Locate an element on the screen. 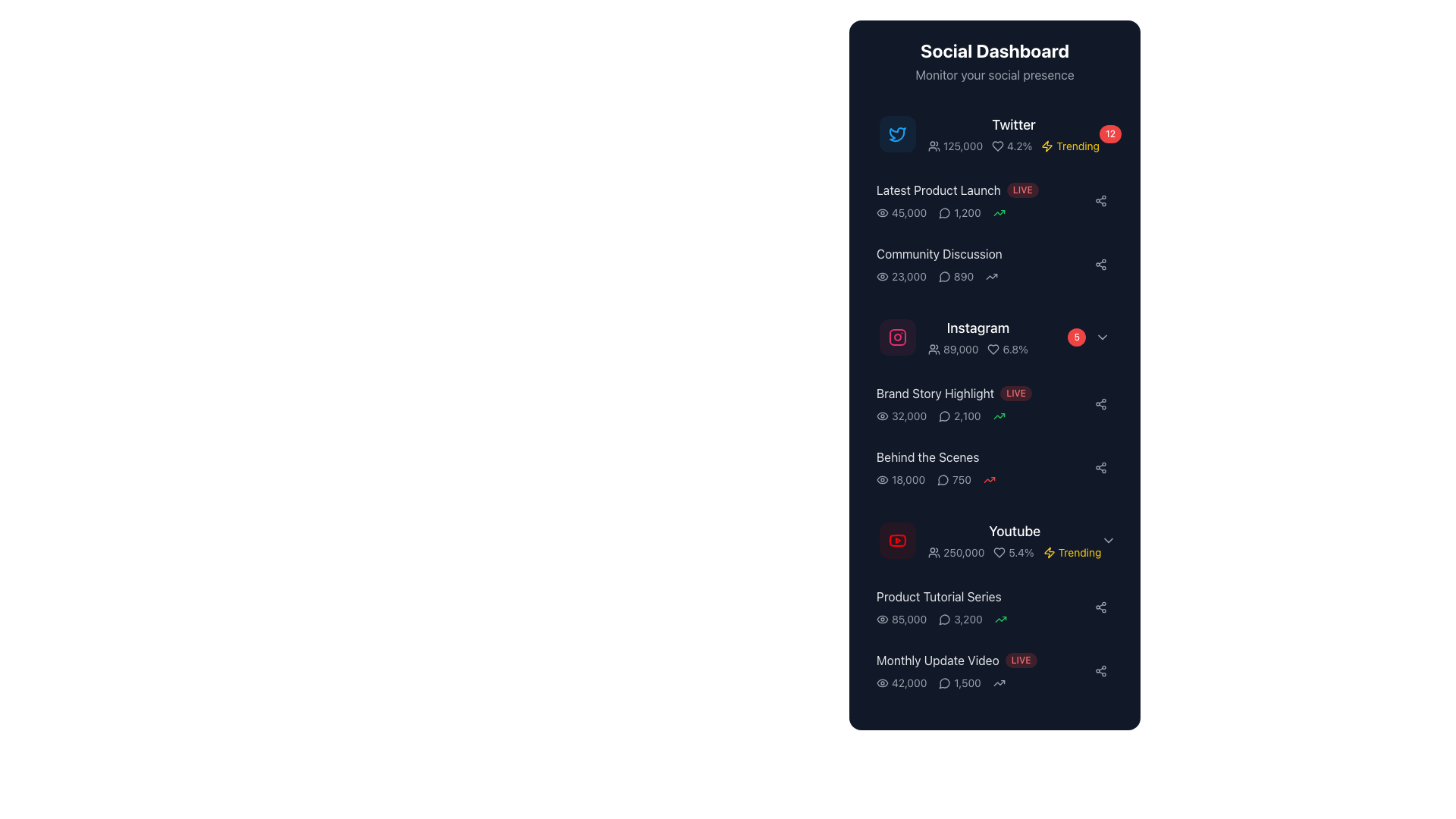 The image size is (1456, 819). the text label displaying the numeric value '125,000' which is styled in a small, gray font and is accompanied by an icon of a silhouette of two people to the left, located in the Twitter metrics section of the Social Dashboard is located at coordinates (955, 146).